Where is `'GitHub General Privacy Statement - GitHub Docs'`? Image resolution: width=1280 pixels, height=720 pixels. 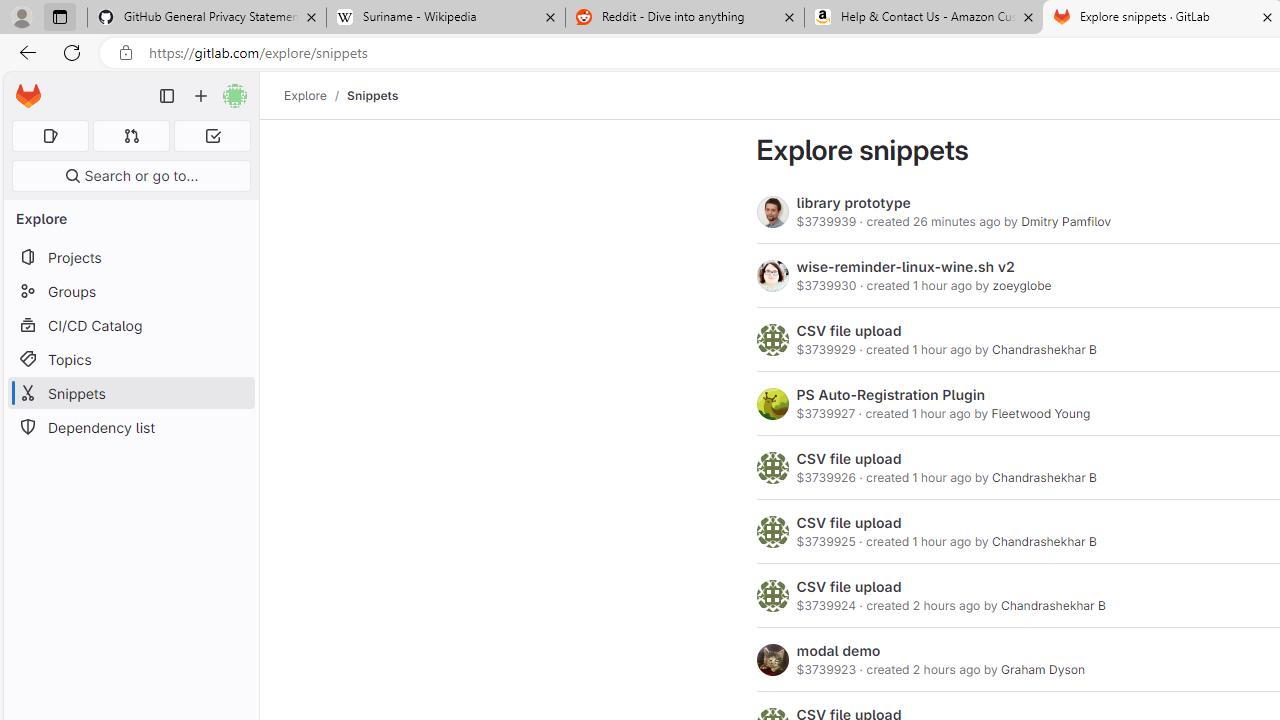
'GitHub General Privacy Statement - GitHub Docs' is located at coordinates (207, 17).